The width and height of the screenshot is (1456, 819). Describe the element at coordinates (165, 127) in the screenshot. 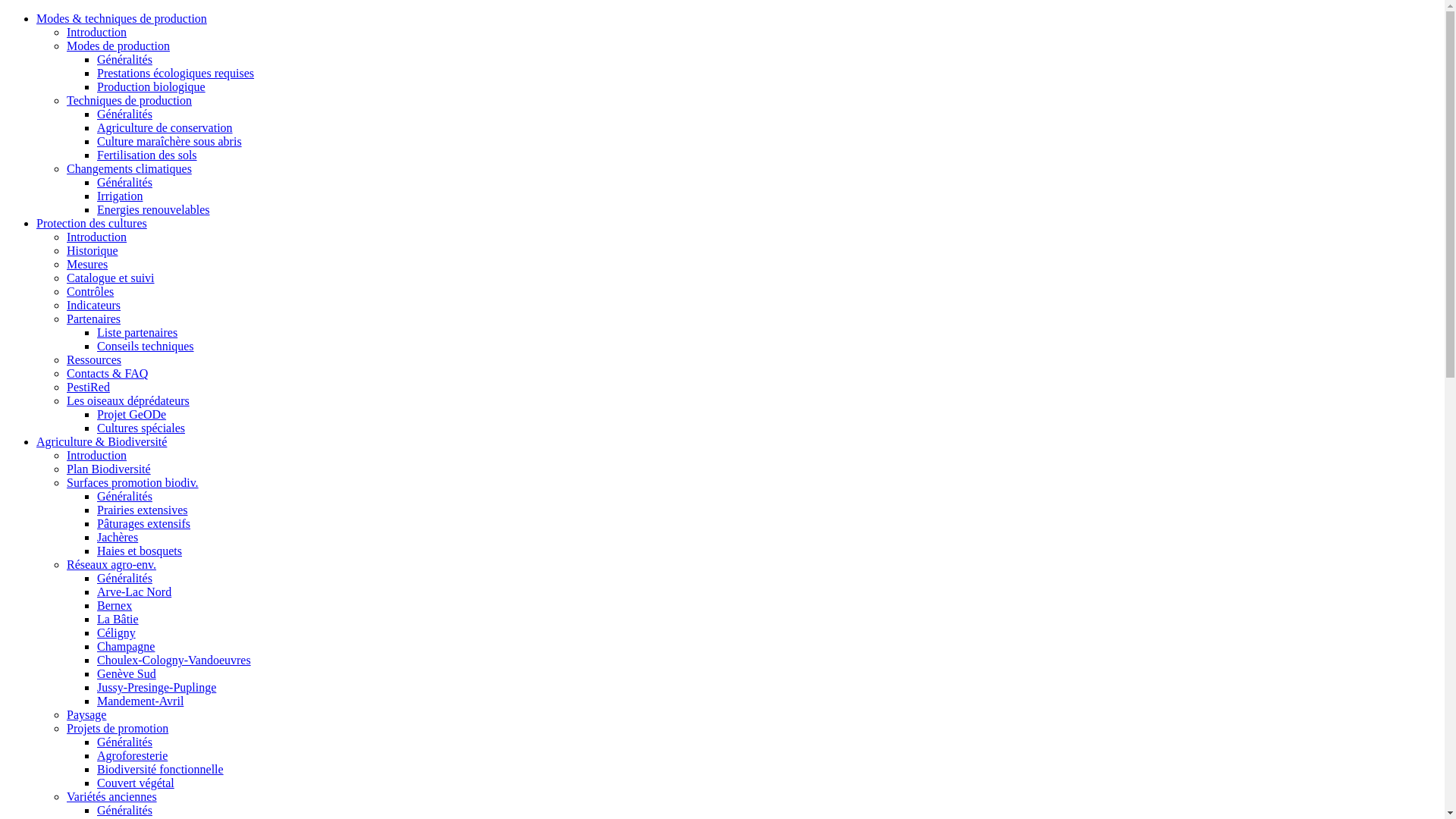

I see `'Agriculture de conservation'` at that location.